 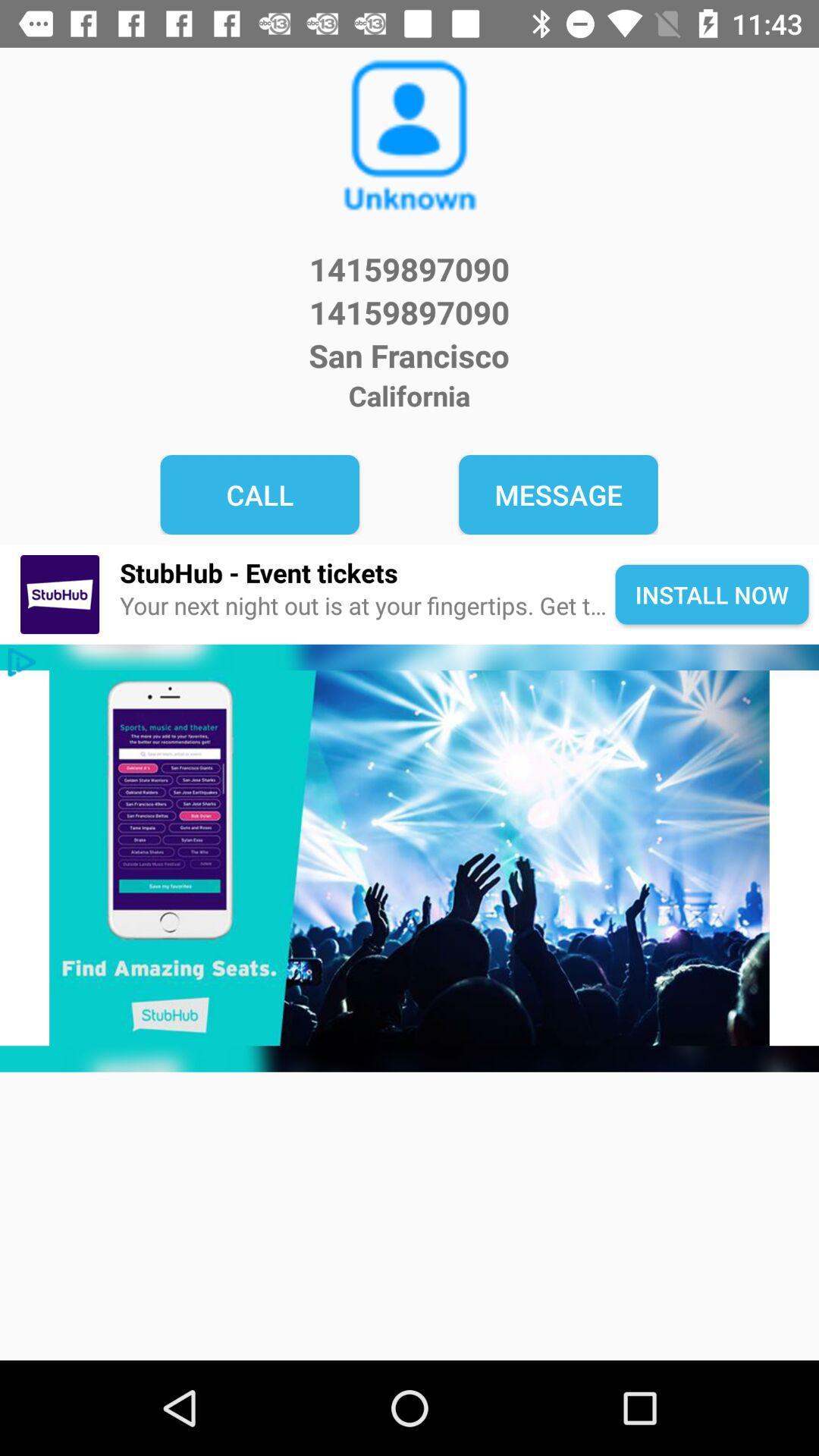 I want to click on stubhub - event tickets item, so click(x=367, y=572).